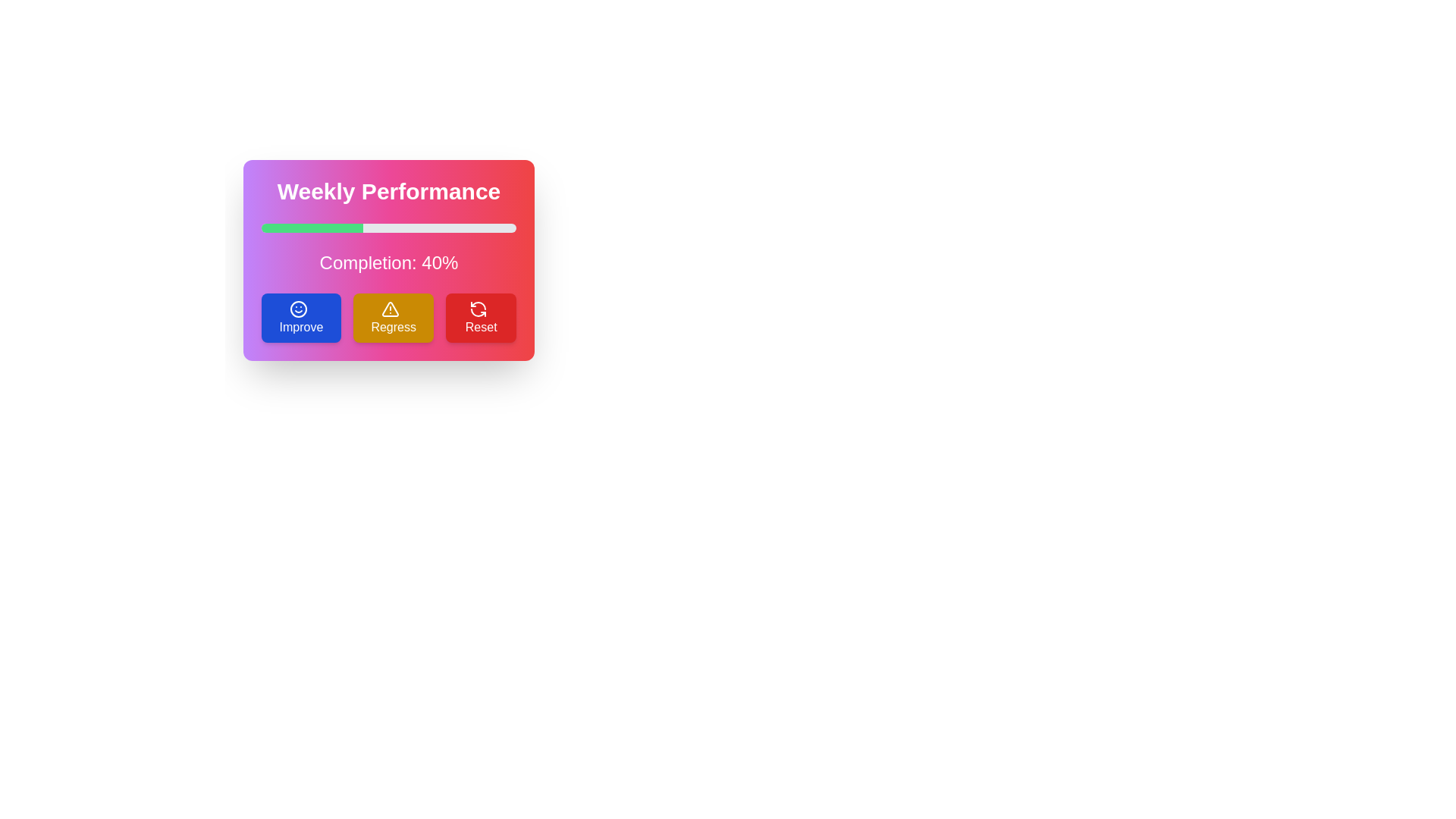 This screenshot has width=1456, height=819. Describe the element at coordinates (394, 317) in the screenshot. I see `the 'Regress' button located between the 'Improve' button and the 'Reset' button, which triggers the regress action` at that location.